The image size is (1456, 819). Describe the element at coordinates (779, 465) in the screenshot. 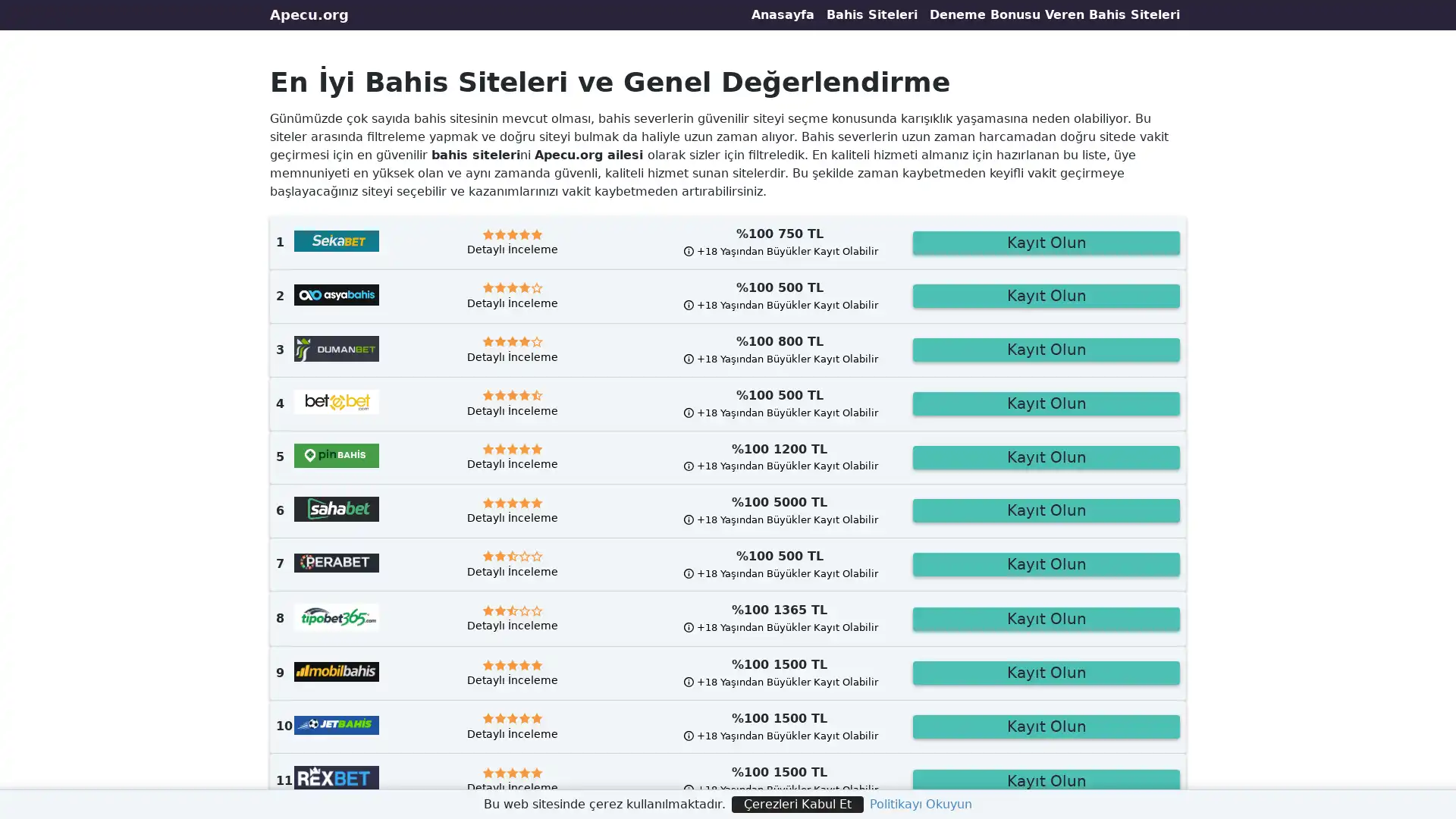

I see `Load terms and conditions` at that location.